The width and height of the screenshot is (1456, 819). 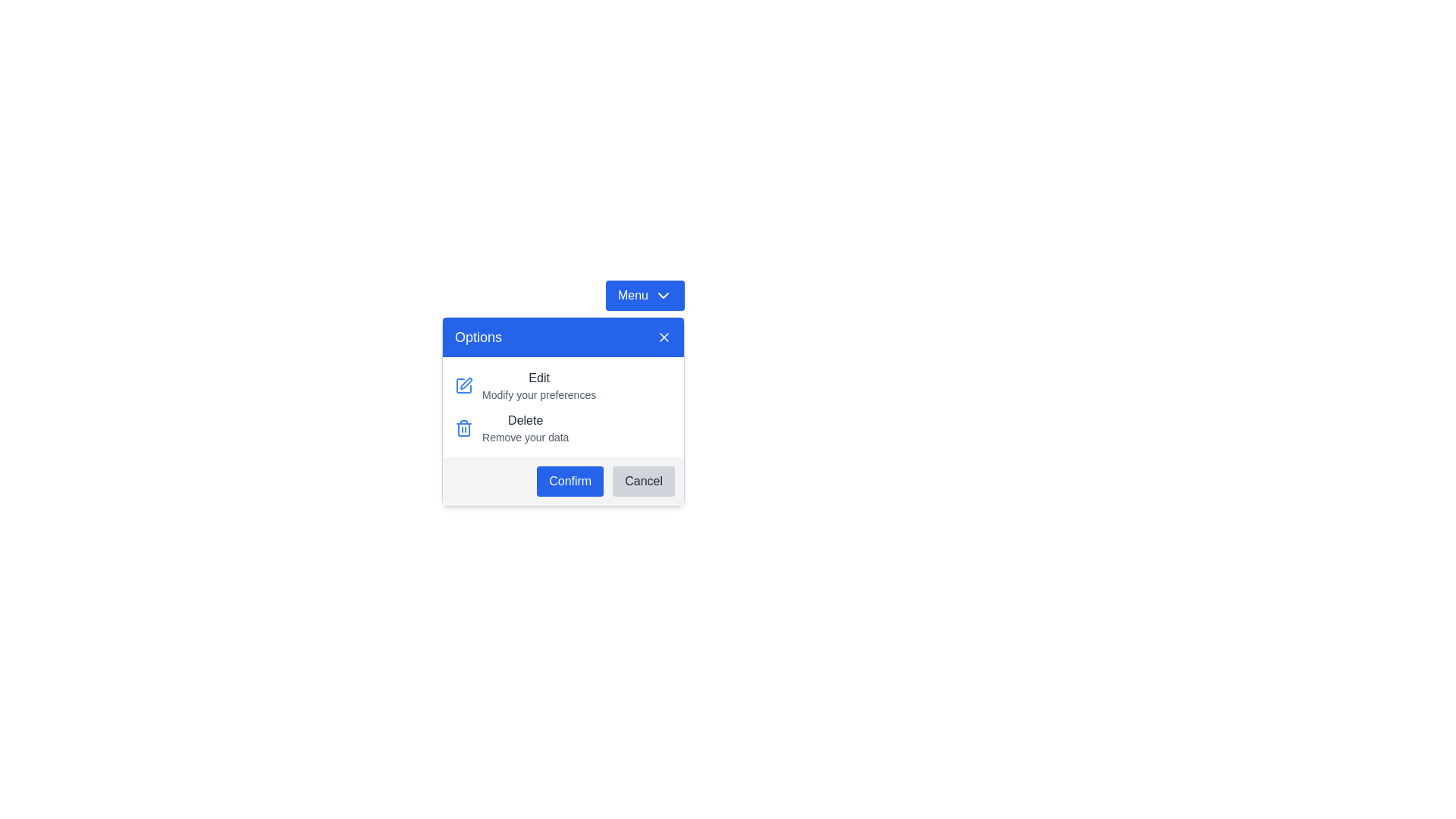 What do you see at coordinates (463, 385) in the screenshot?
I see `the edit icon located on the left side of the 'Edit' section in the 'Options' modal dialog` at bounding box center [463, 385].